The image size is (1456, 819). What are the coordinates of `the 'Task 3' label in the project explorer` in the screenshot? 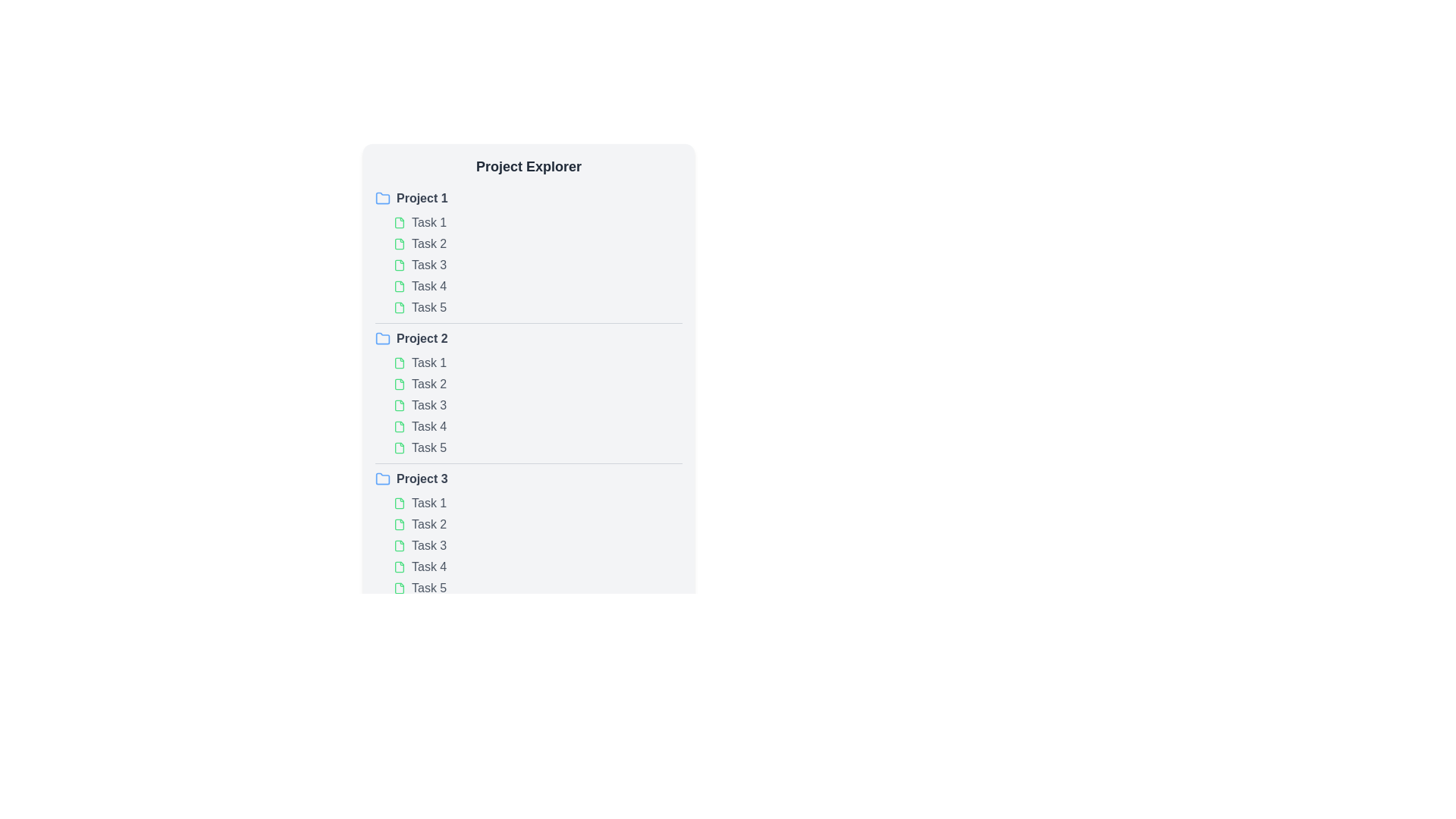 It's located at (428, 265).